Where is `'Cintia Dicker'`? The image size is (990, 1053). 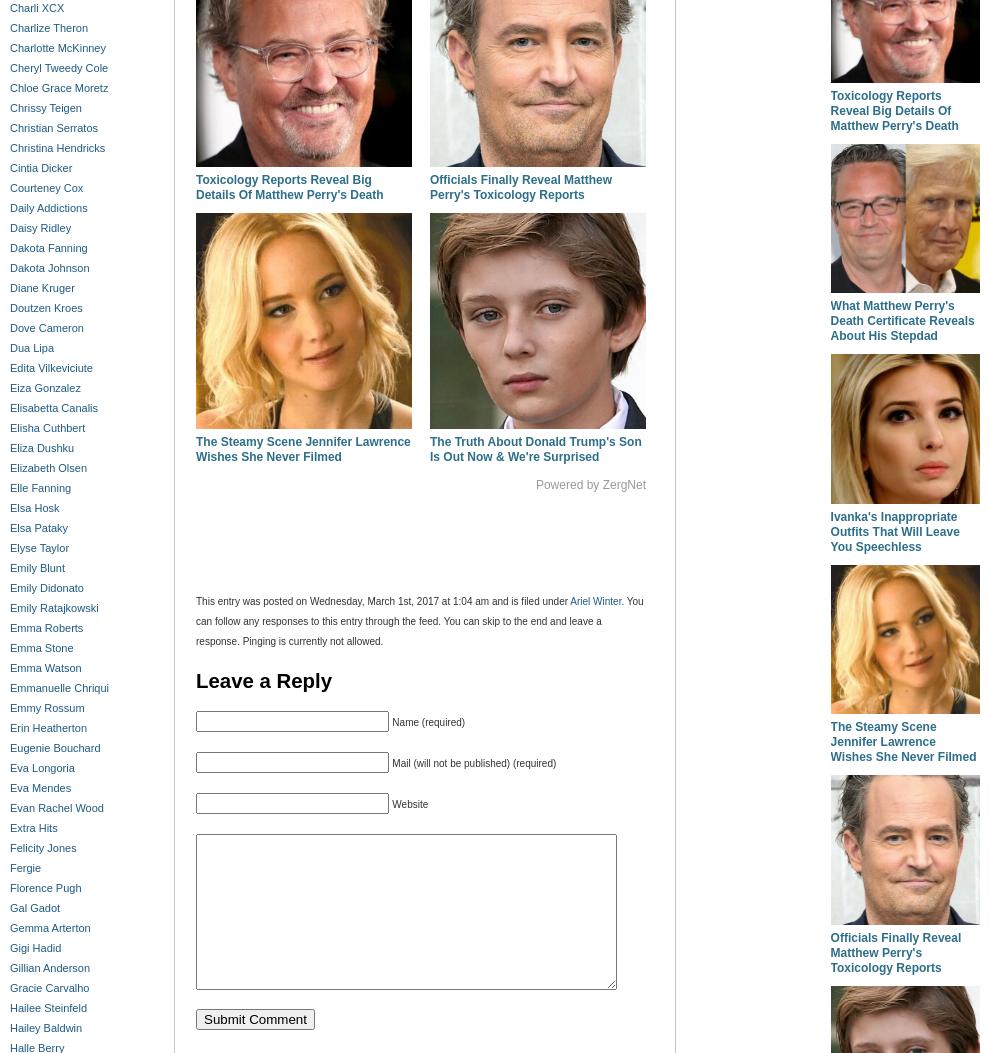
'Cintia Dicker' is located at coordinates (8, 166).